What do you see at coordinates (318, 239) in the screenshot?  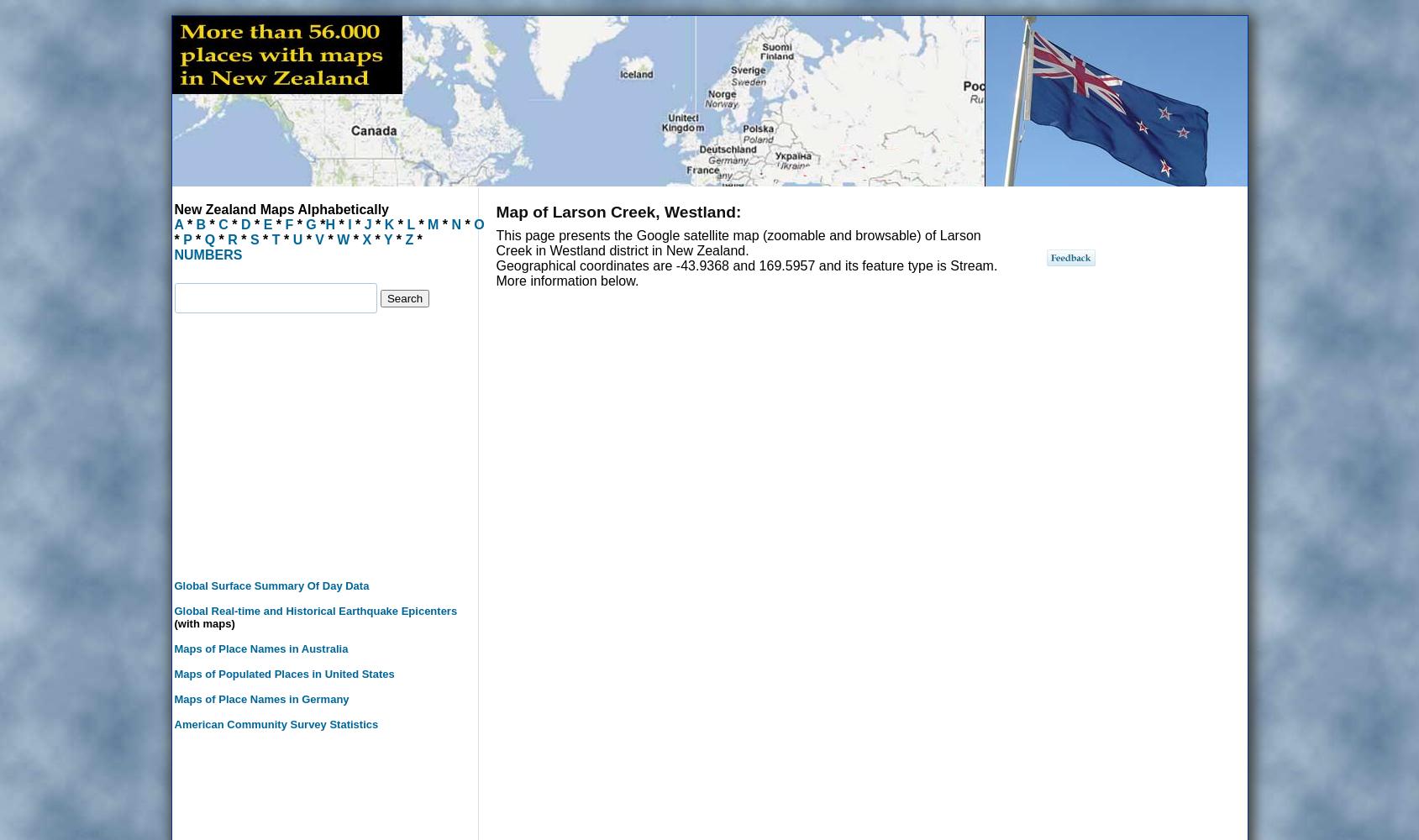 I see `'V'` at bounding box center [318, 239].